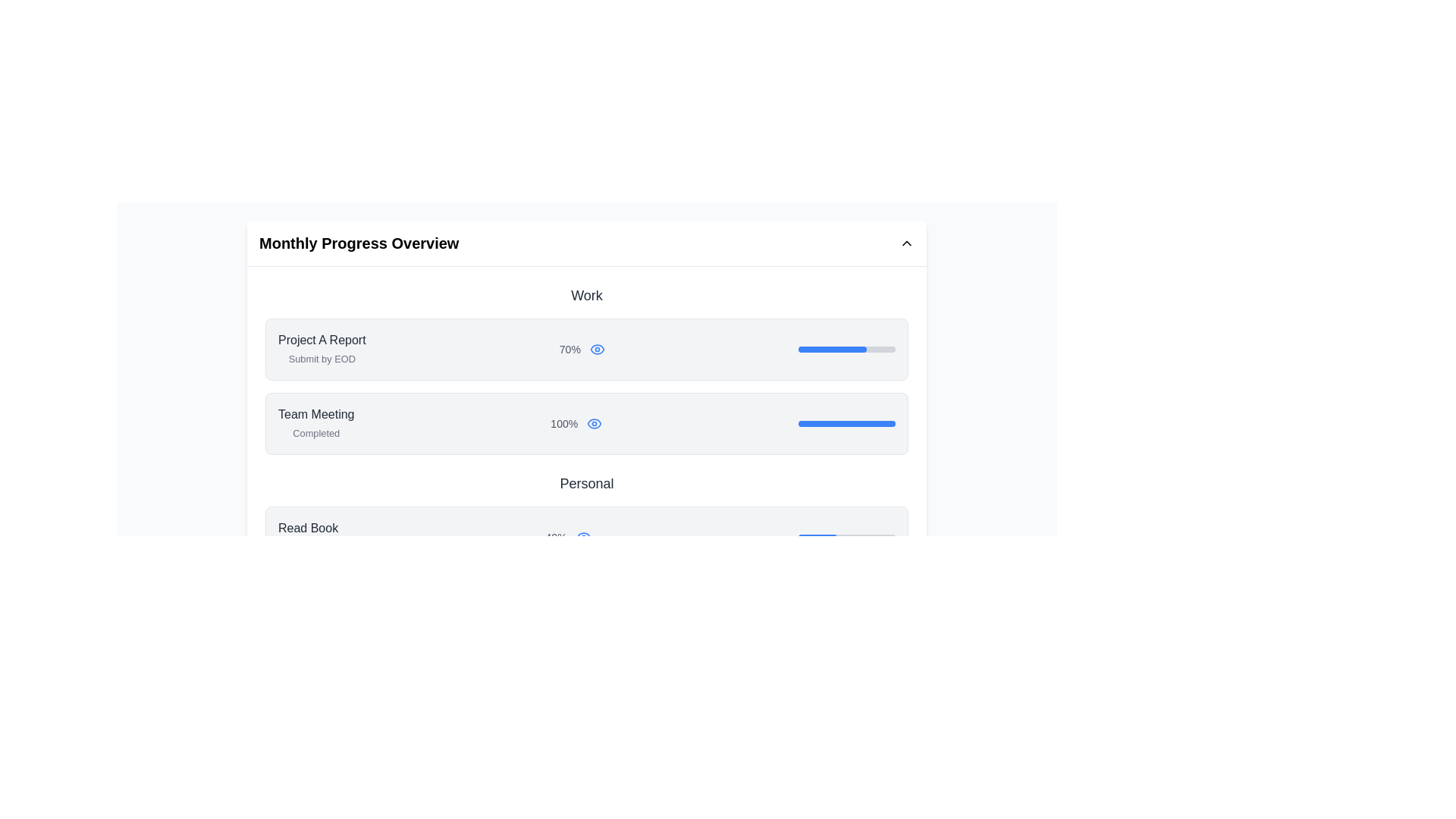 This screenshot has height=819, width=1456. I want to click on the visibility icon located next to the numeric text '40%' within the 'Personal' list group, which indicates the ability, so click(582, 537).